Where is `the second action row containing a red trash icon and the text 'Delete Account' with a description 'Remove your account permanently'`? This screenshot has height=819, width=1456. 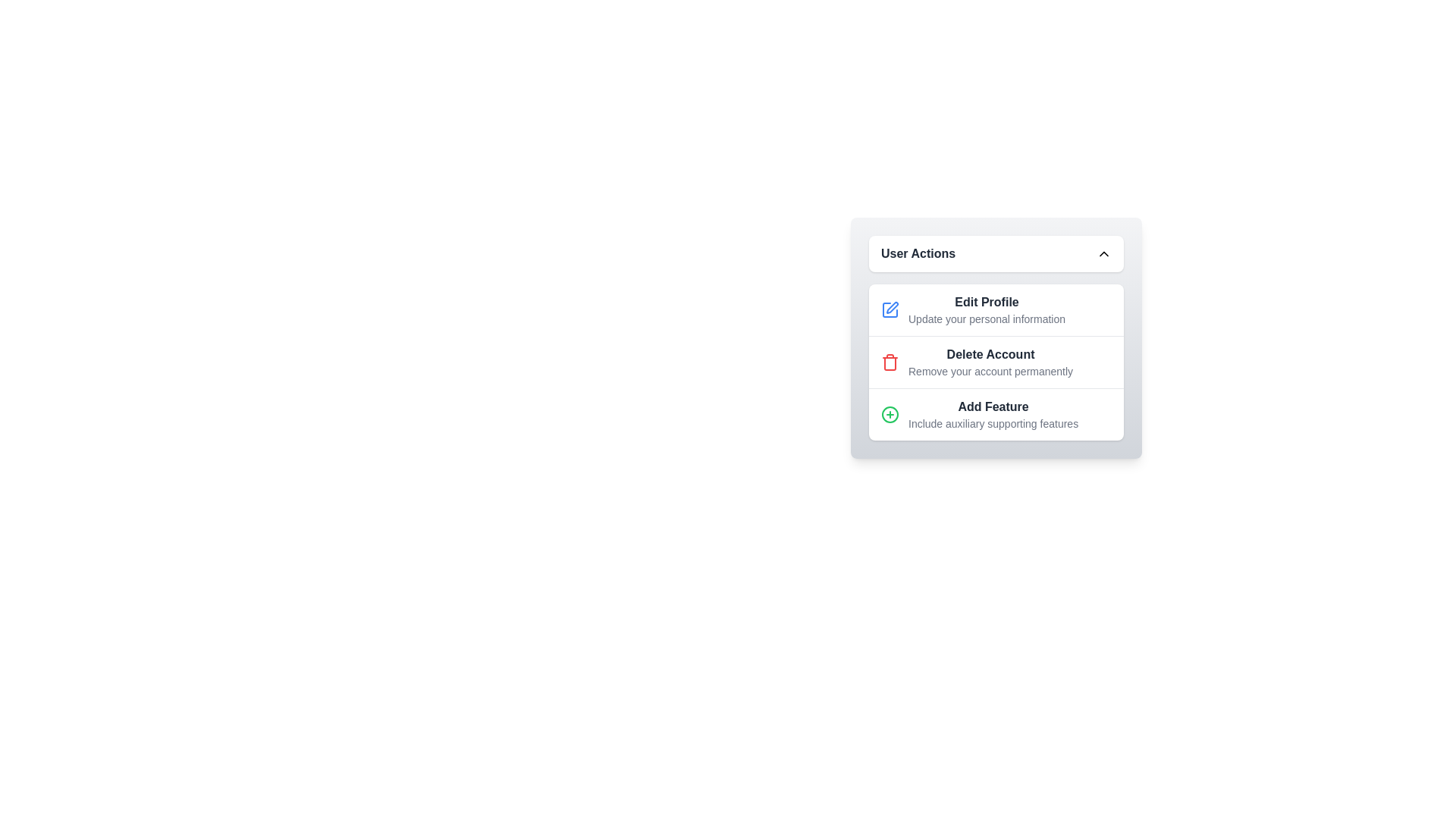
the second action row containing a red trash icon and the text 'Delete Account' with a description 'Remove your account permanently' is located at coordinates (996, 362).